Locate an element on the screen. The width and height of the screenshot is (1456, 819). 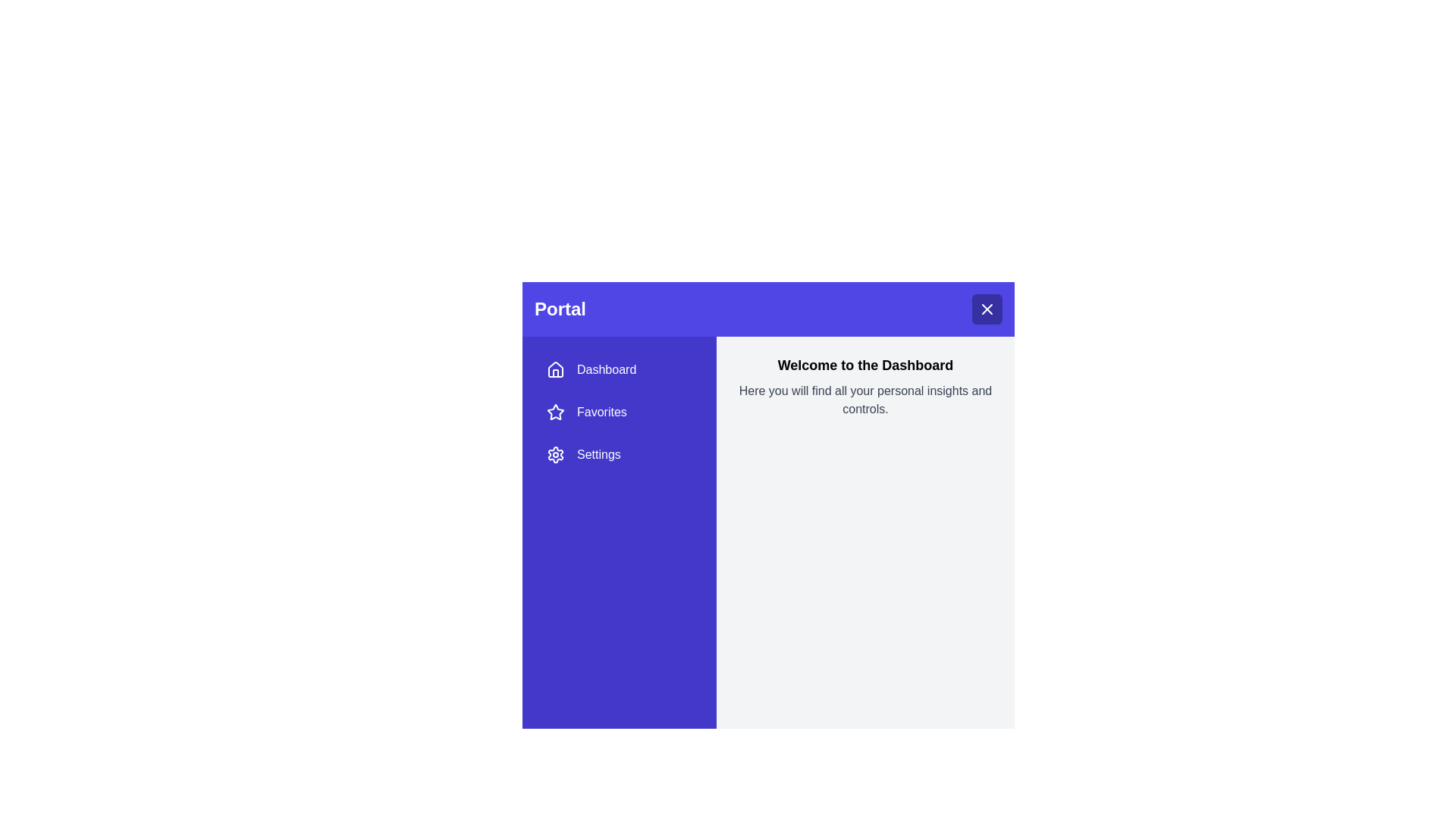
the 'Settings' menu option, which is the third item in the vertical list of menu options in the sidebar is located at coordinates (619, 454).